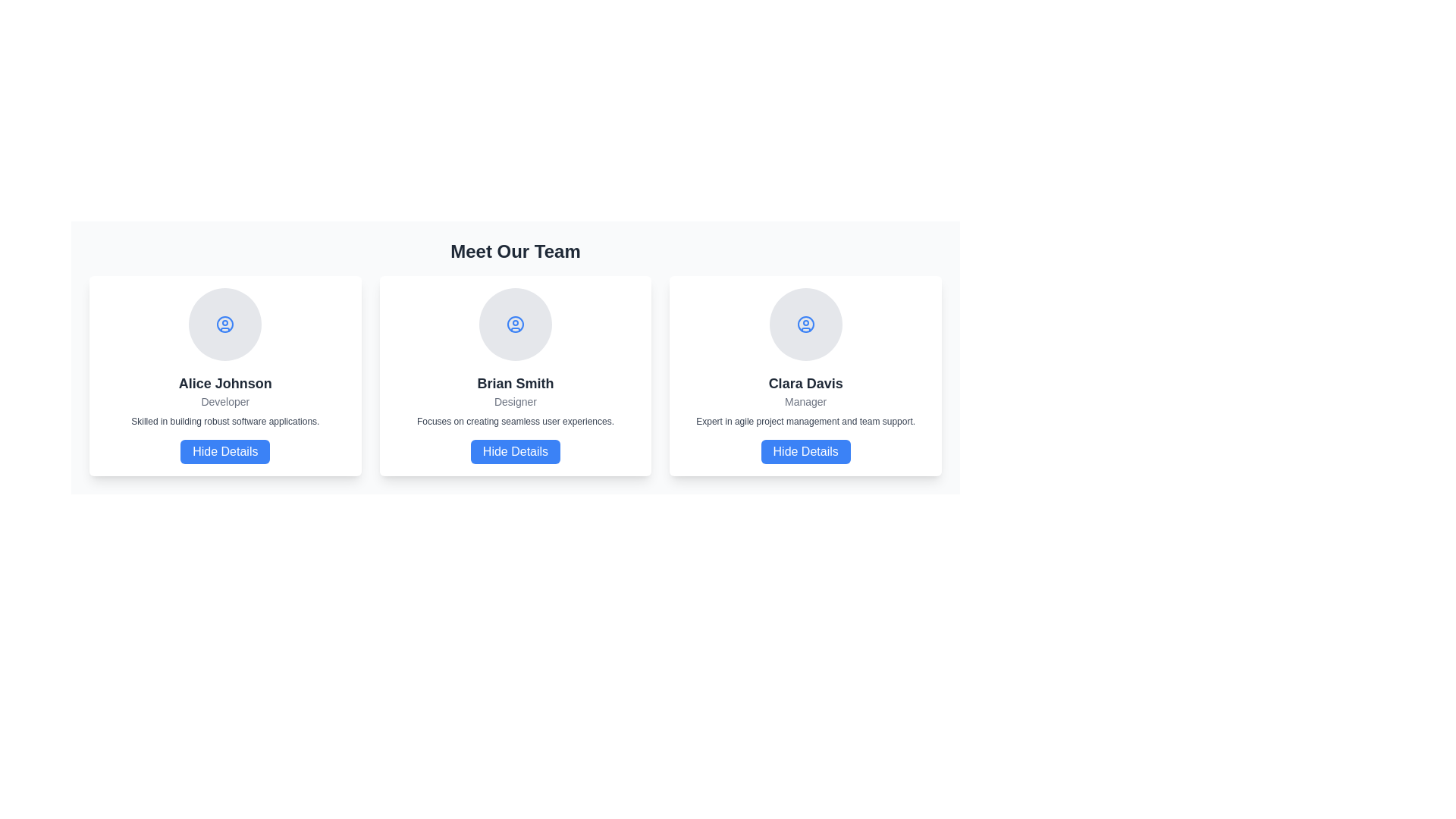 This screenshot has width=1456, height=819. I want to click on the 'Hide Details' button with a blue background and white text located at the bottom center of Clara Davis's profile card, so click(805, 451).